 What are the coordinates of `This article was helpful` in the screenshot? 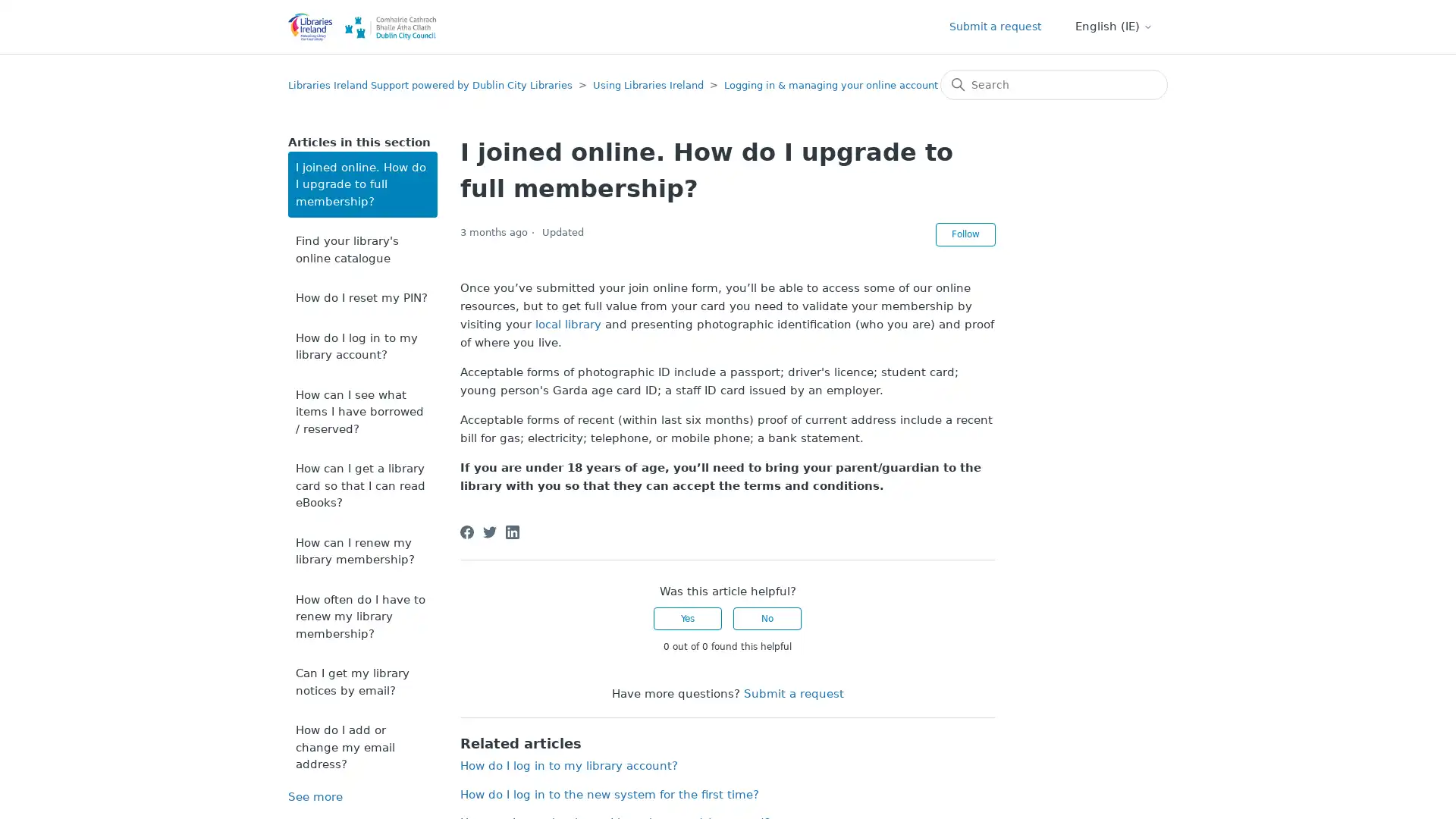 It's located at (687, 619).